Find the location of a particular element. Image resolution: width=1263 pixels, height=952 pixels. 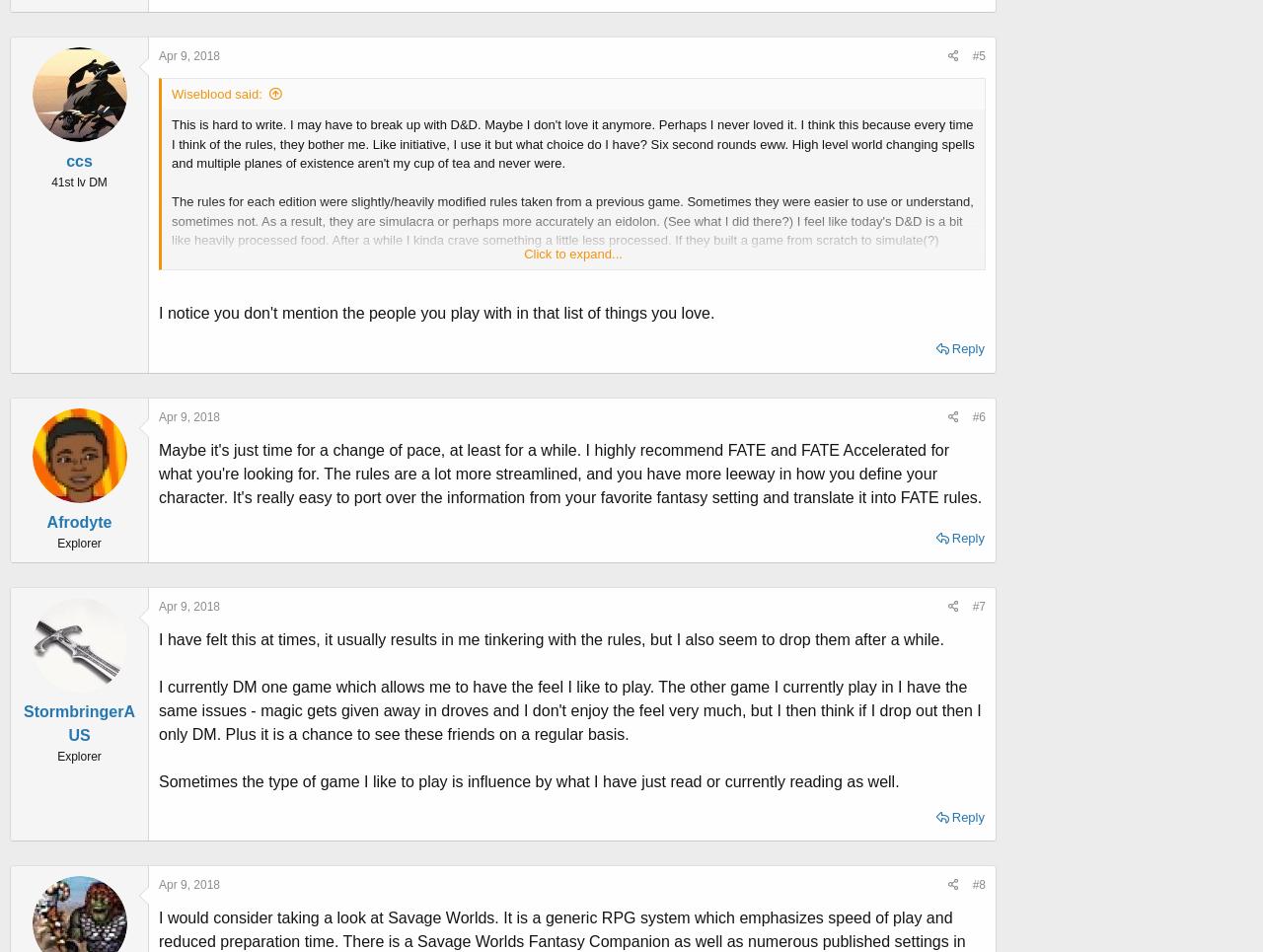

'Wiseblood said:' is located at coordinates (171, 92).